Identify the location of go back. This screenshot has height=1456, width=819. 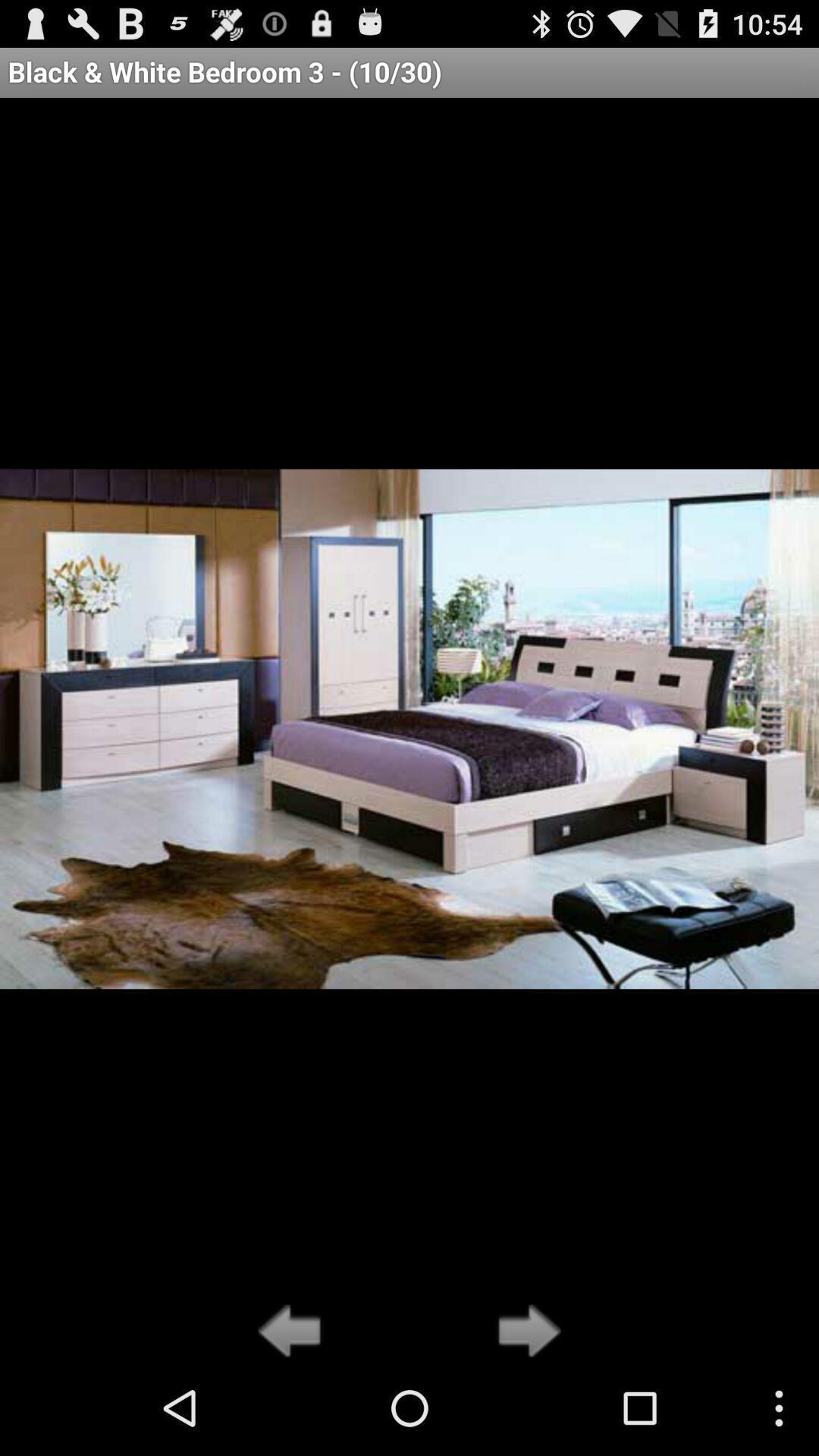
(293, 1332).